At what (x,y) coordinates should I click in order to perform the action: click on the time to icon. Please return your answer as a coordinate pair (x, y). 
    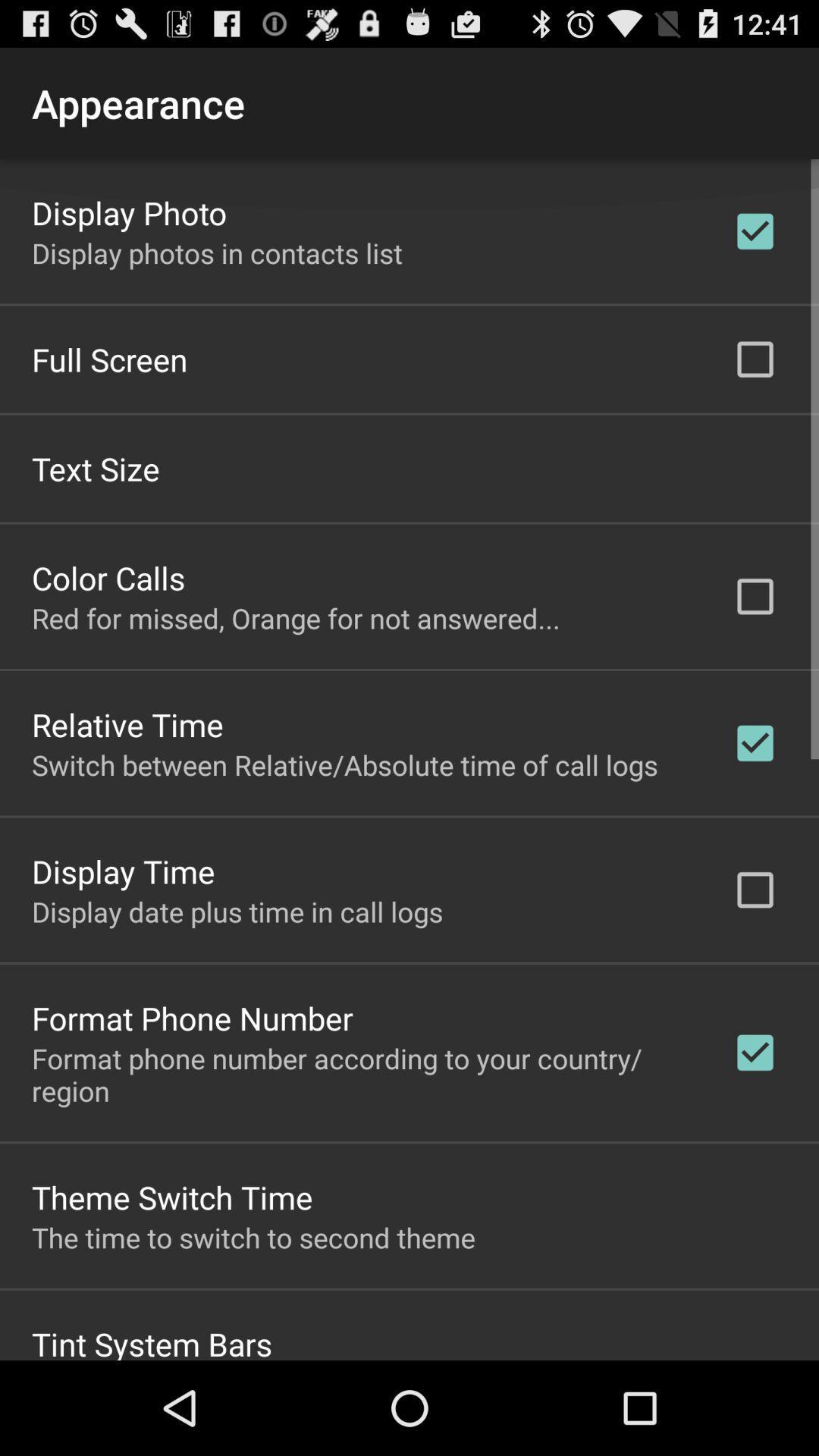
    Looking at the image, I should click on (253, 1237).